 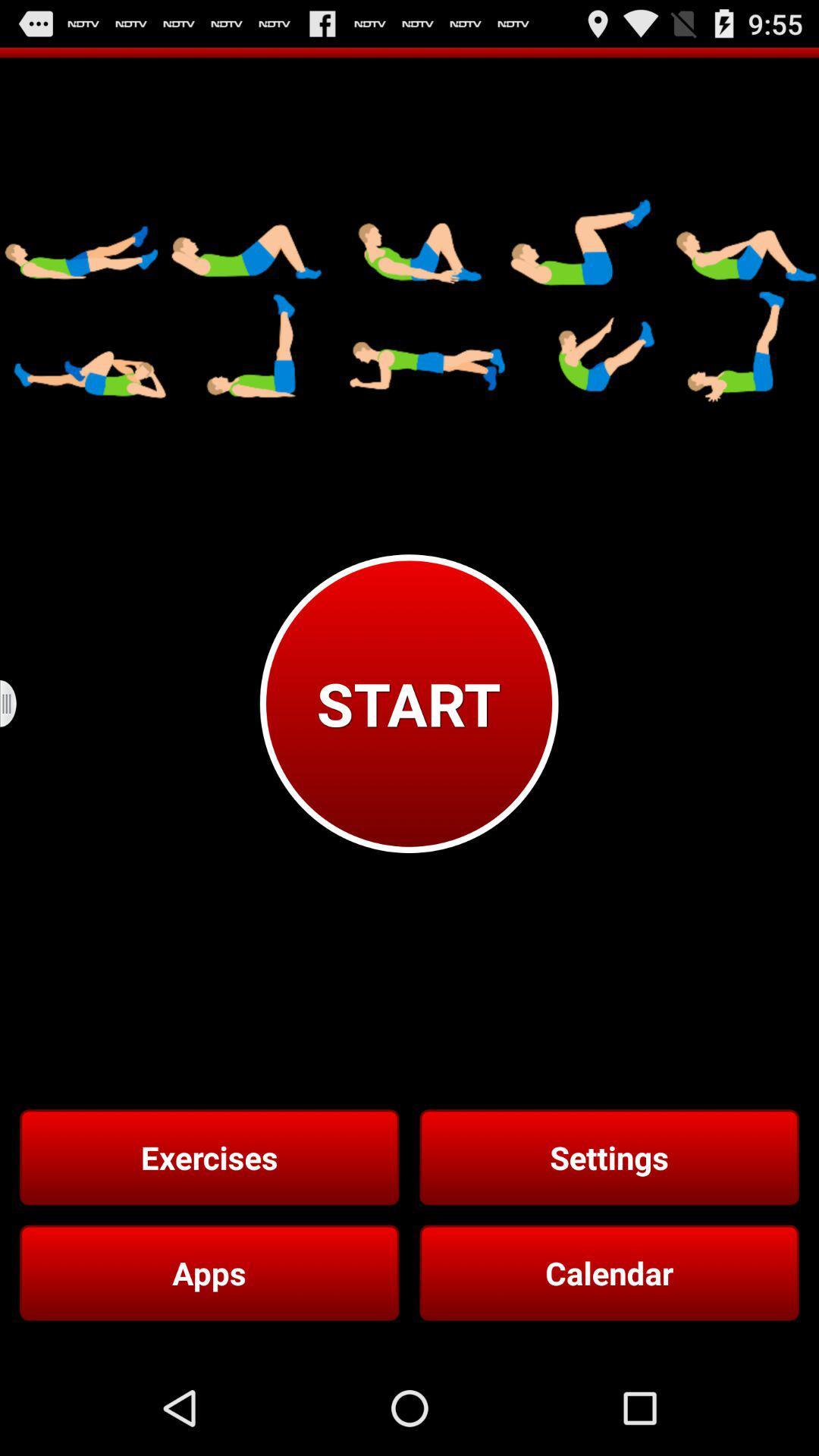 What do you see at coordinates (608, 1156) in the screenshot?
I see `the settings item` at bounding box center [608, 1156].